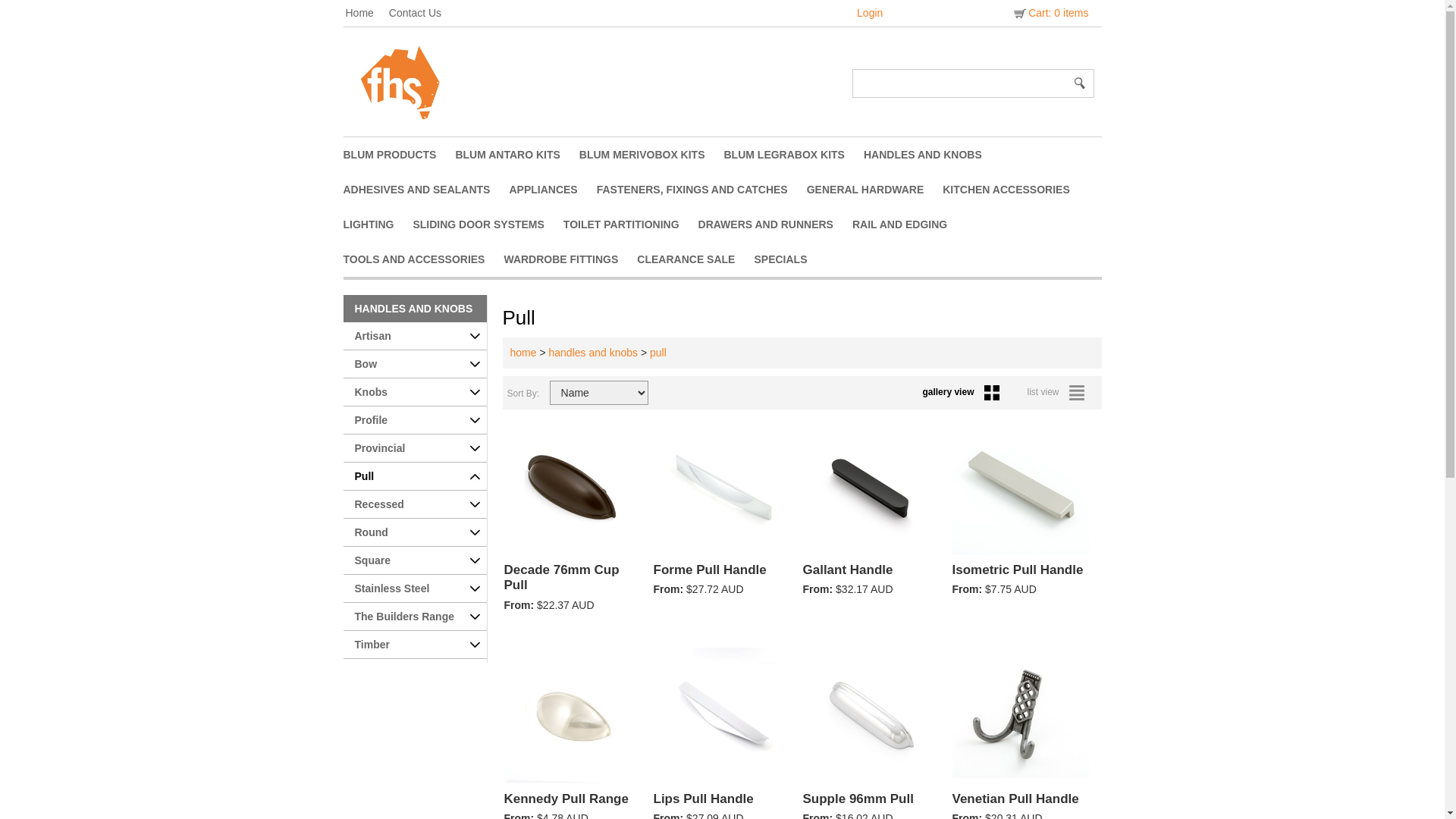 This screenshot has width=1456, height=819. Describe the element at coordinates (341, 560) in the screenshot. I see `'Square'` at that location.